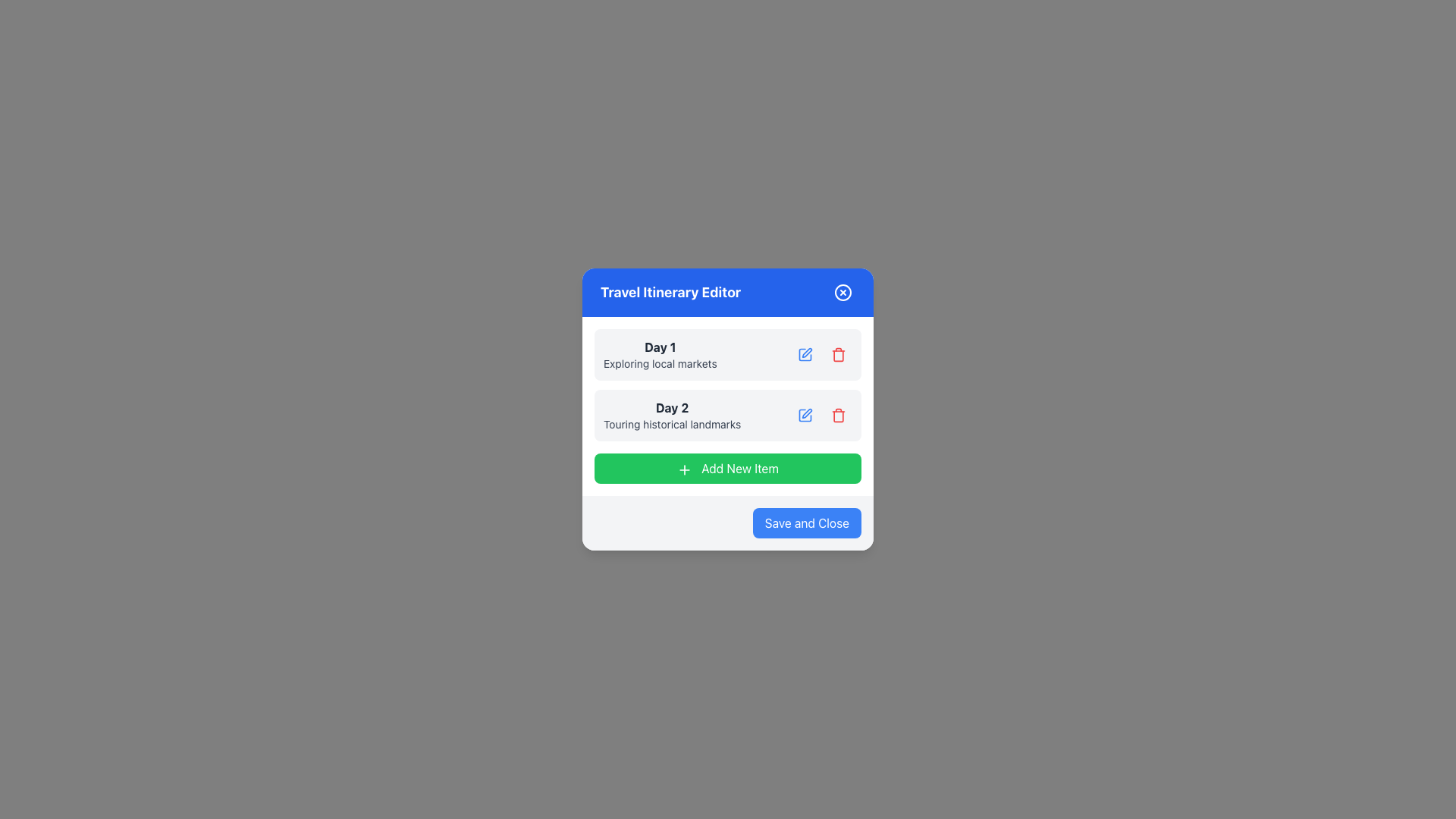 This screenshot has height=819, width=1456. Describe the element at coordinates (660, 347) in the screenshot. I see `the text label displaying 'Day 1' in bold font and dark gray color within the 'Travel Itinerary Editor' modal` at that location.